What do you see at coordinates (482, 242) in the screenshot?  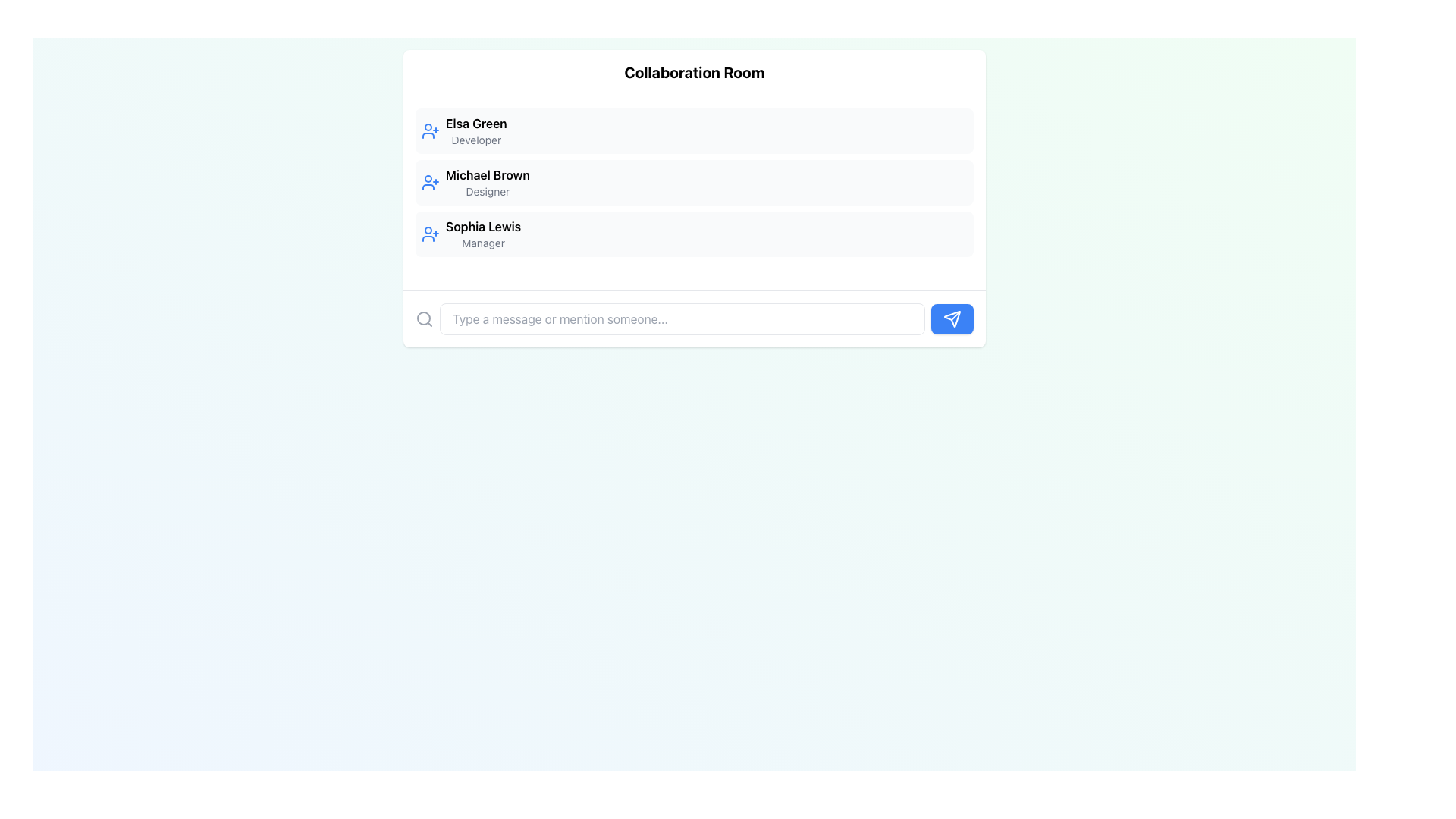 I see `the text label displaying 'Manager' located below 'Sophia Lewis' in the list` at bounding box center [482, 242].